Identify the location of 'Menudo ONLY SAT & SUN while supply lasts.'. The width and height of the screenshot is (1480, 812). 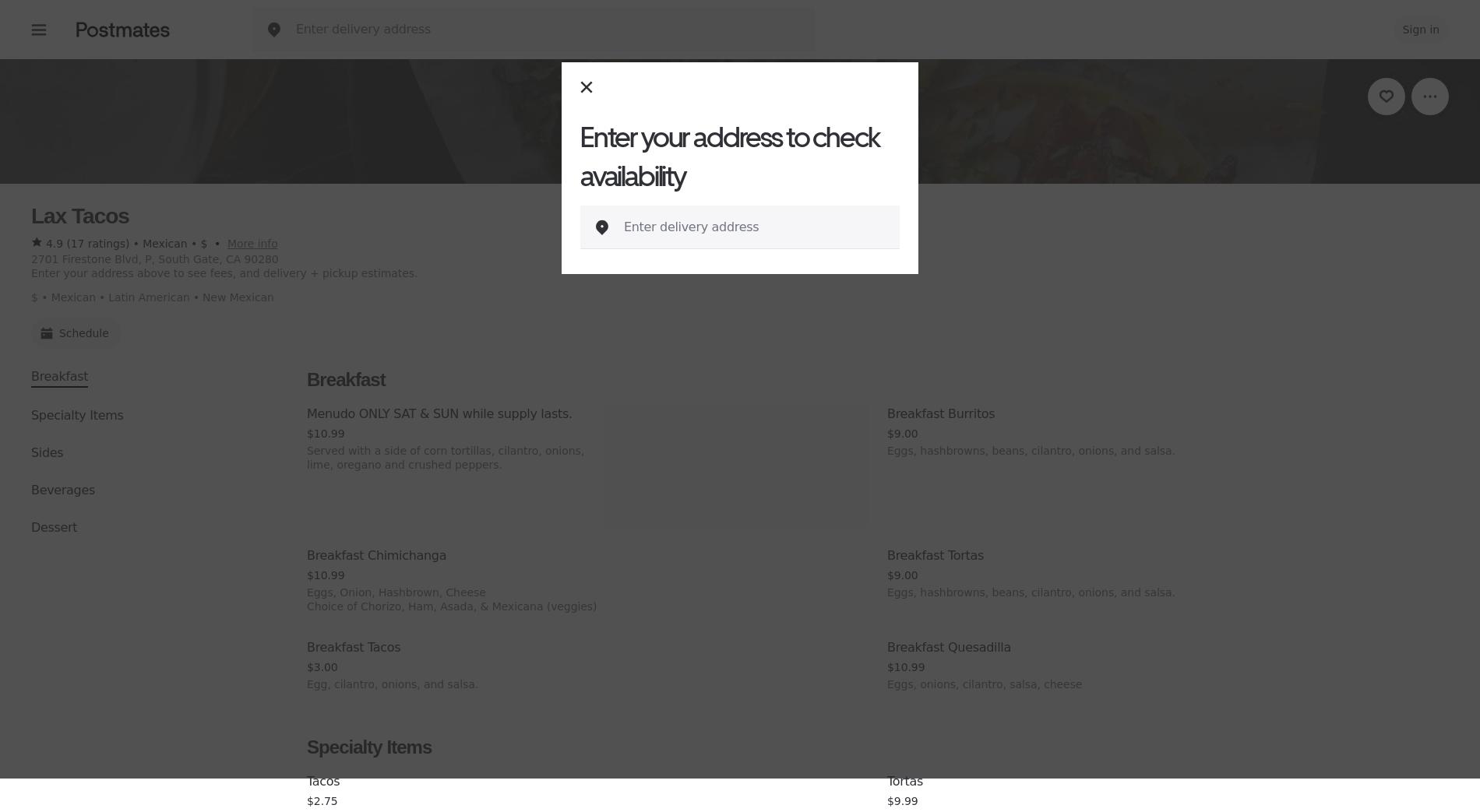
(306, 413).